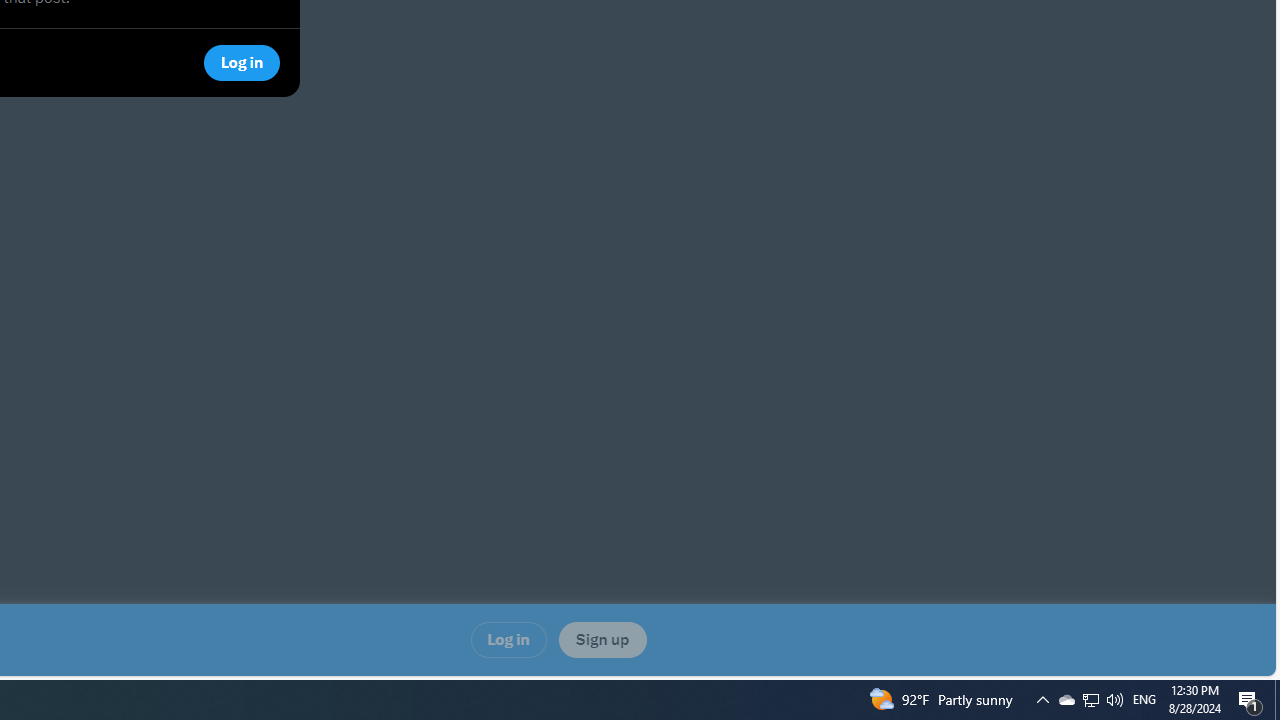 The height and width of the screenshot is (720, 1280). What do you see at coordinates (601, 640) in the screenshot?
I see `'Sign up'` at bounding box center [601, 640].